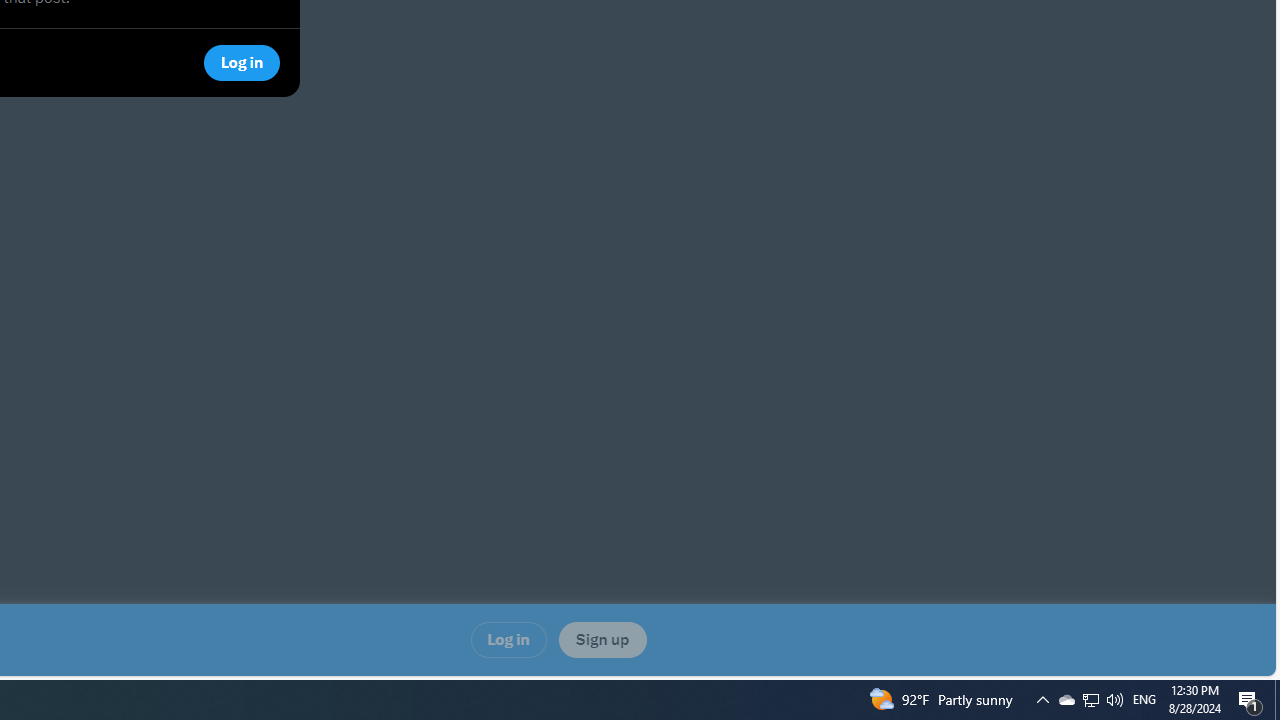 The height and width of the screenshot is (720, 1280). What do you see at coordinates (601, 640) in the screenshot?
I see `'Sign up'` at bounding box center [601, 640].